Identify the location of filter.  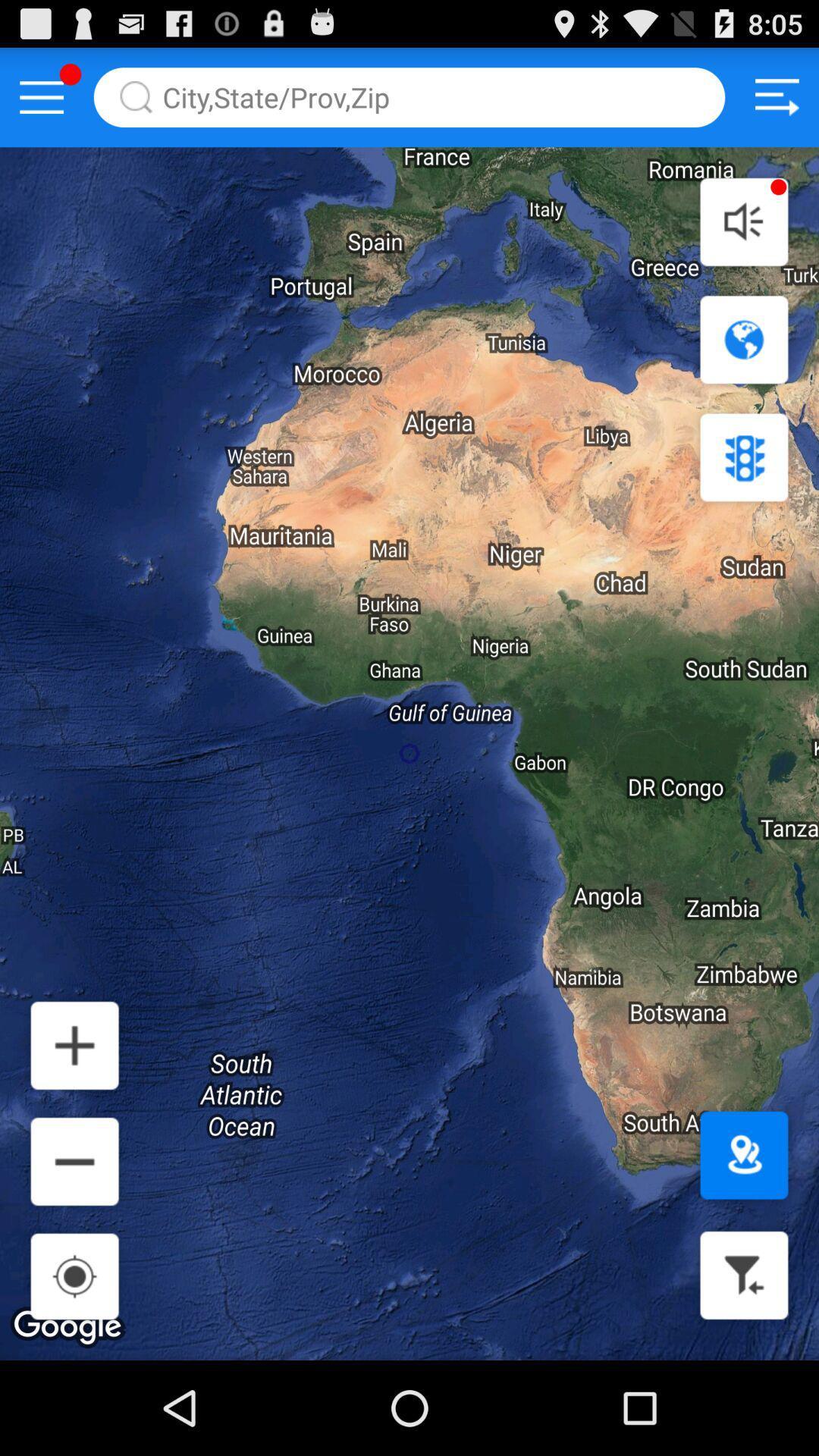
(743, 1274).